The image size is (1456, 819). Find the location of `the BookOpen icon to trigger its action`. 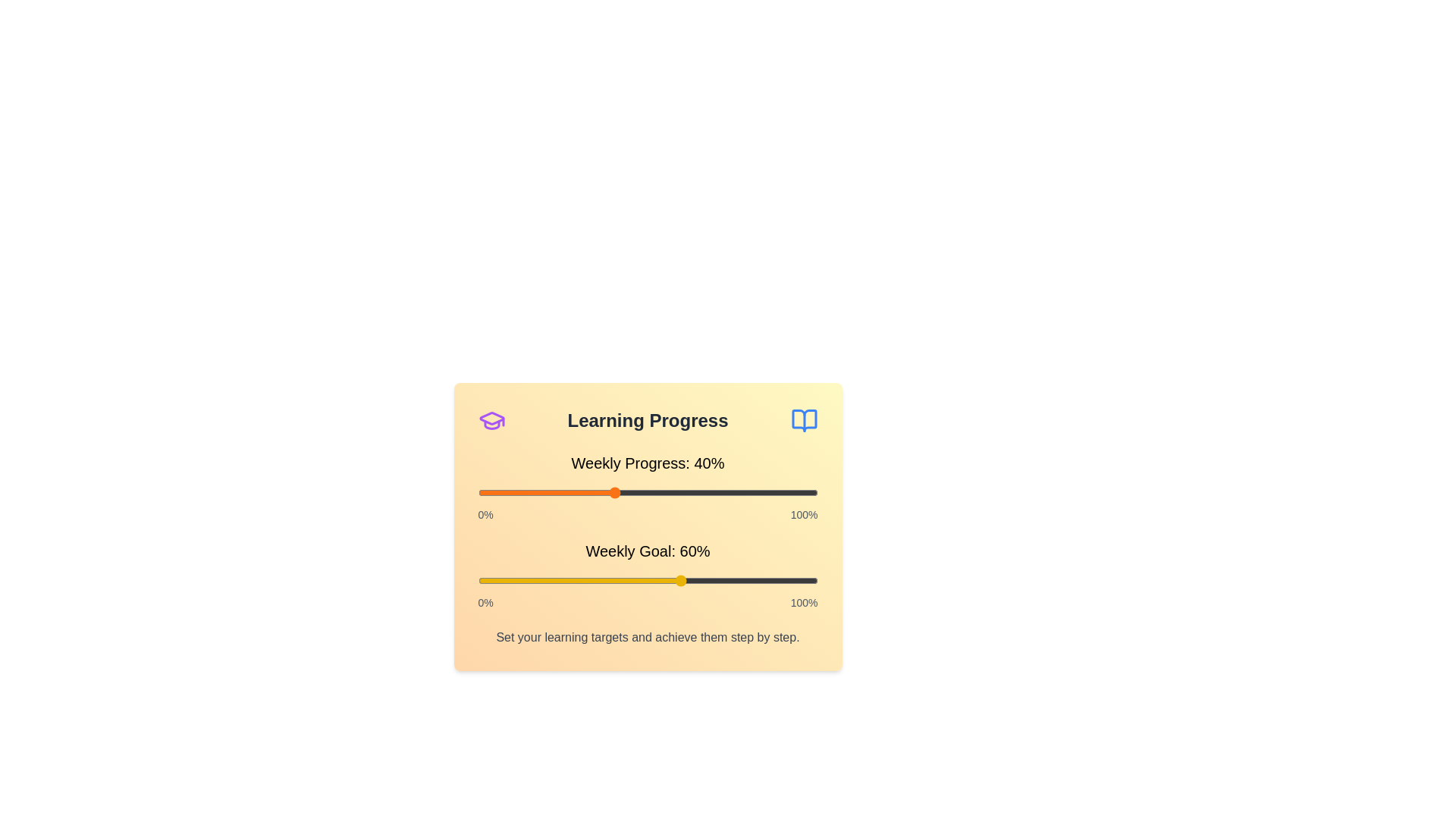

the BookOpen icon to trigger its action is located at coordinates (803, 421).